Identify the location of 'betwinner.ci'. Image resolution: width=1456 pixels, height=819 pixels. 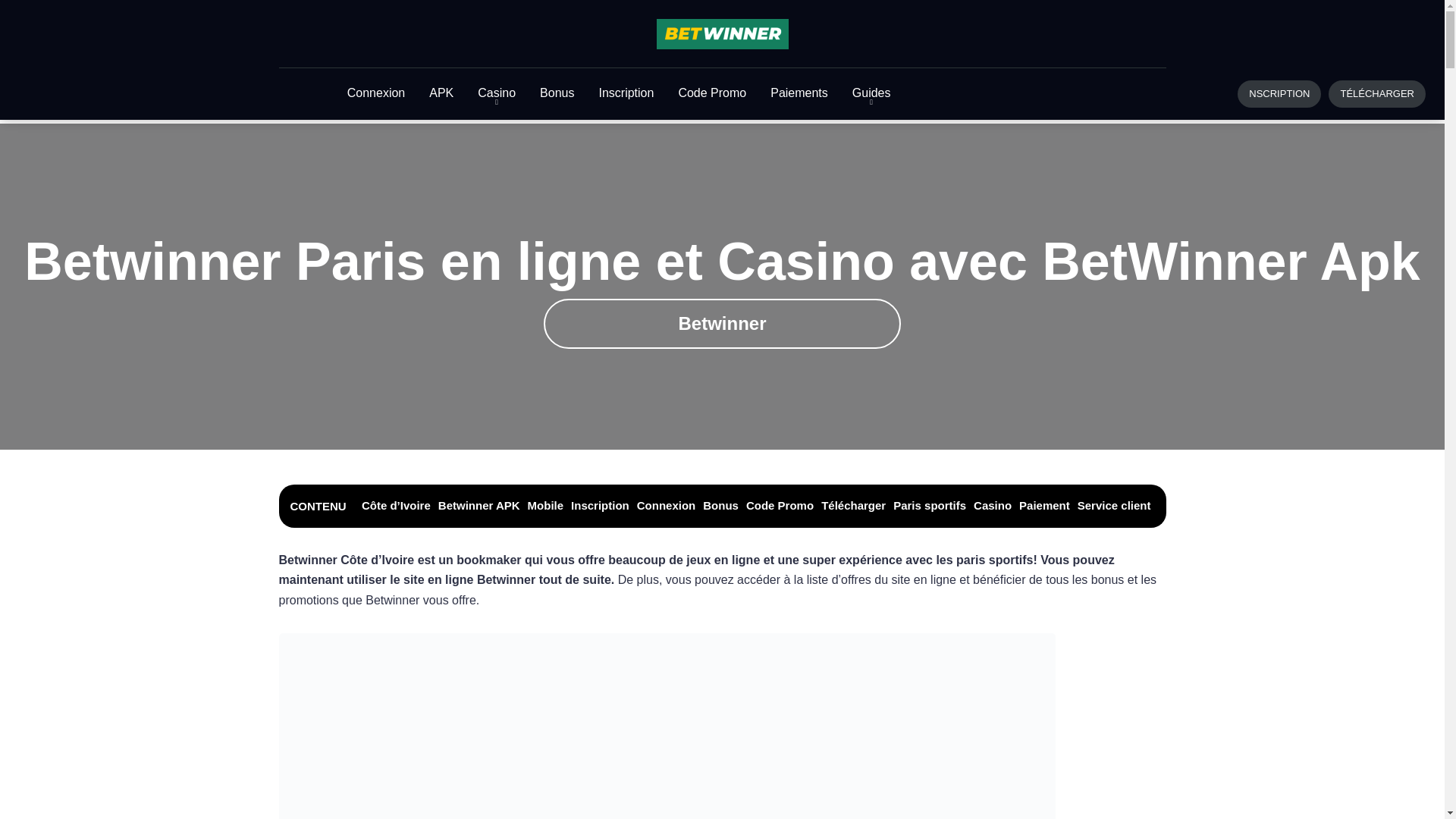
(722, 34).